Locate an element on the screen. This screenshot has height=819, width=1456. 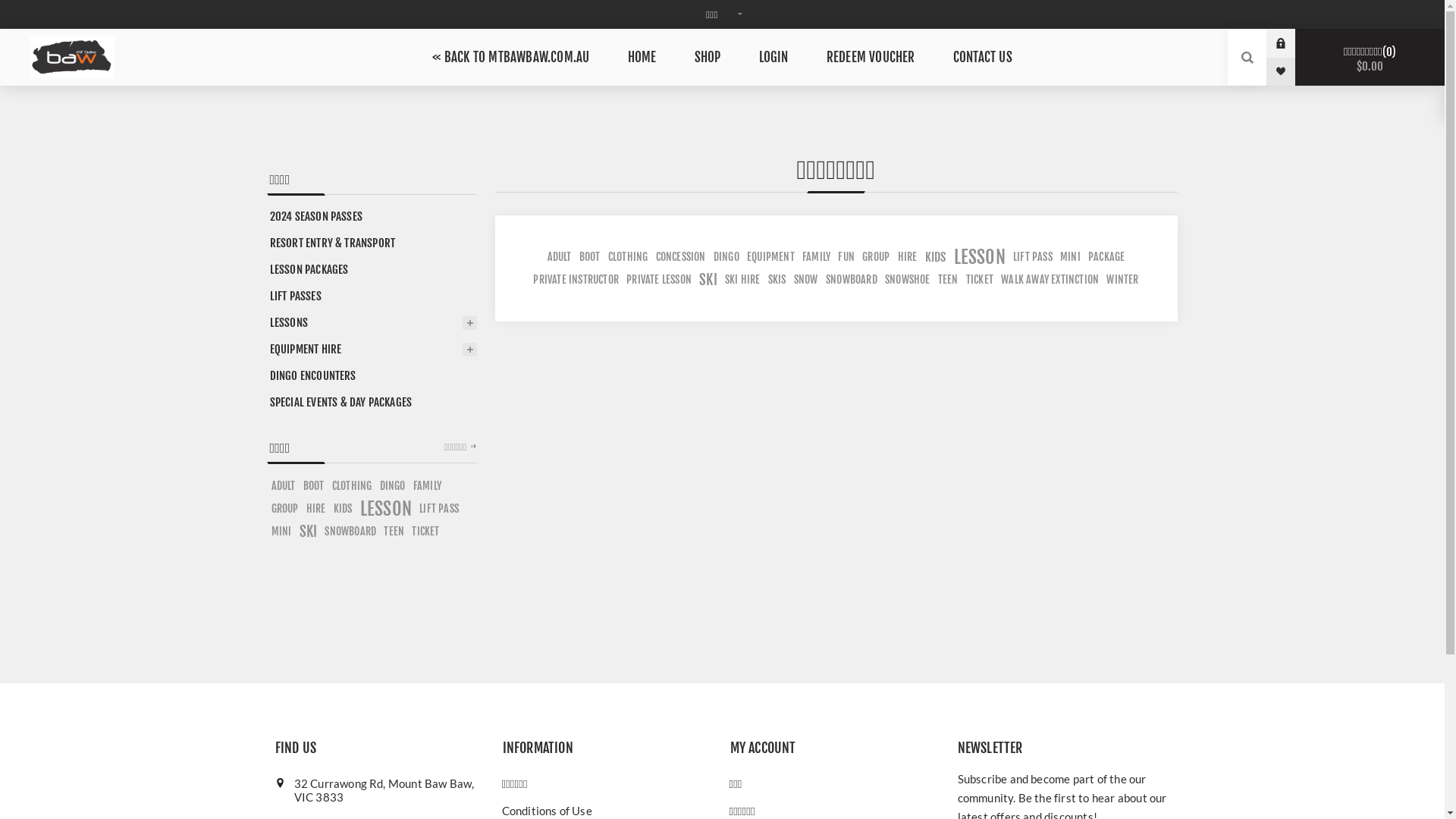
'CLOTHING' is located at coordinates (351, 485).